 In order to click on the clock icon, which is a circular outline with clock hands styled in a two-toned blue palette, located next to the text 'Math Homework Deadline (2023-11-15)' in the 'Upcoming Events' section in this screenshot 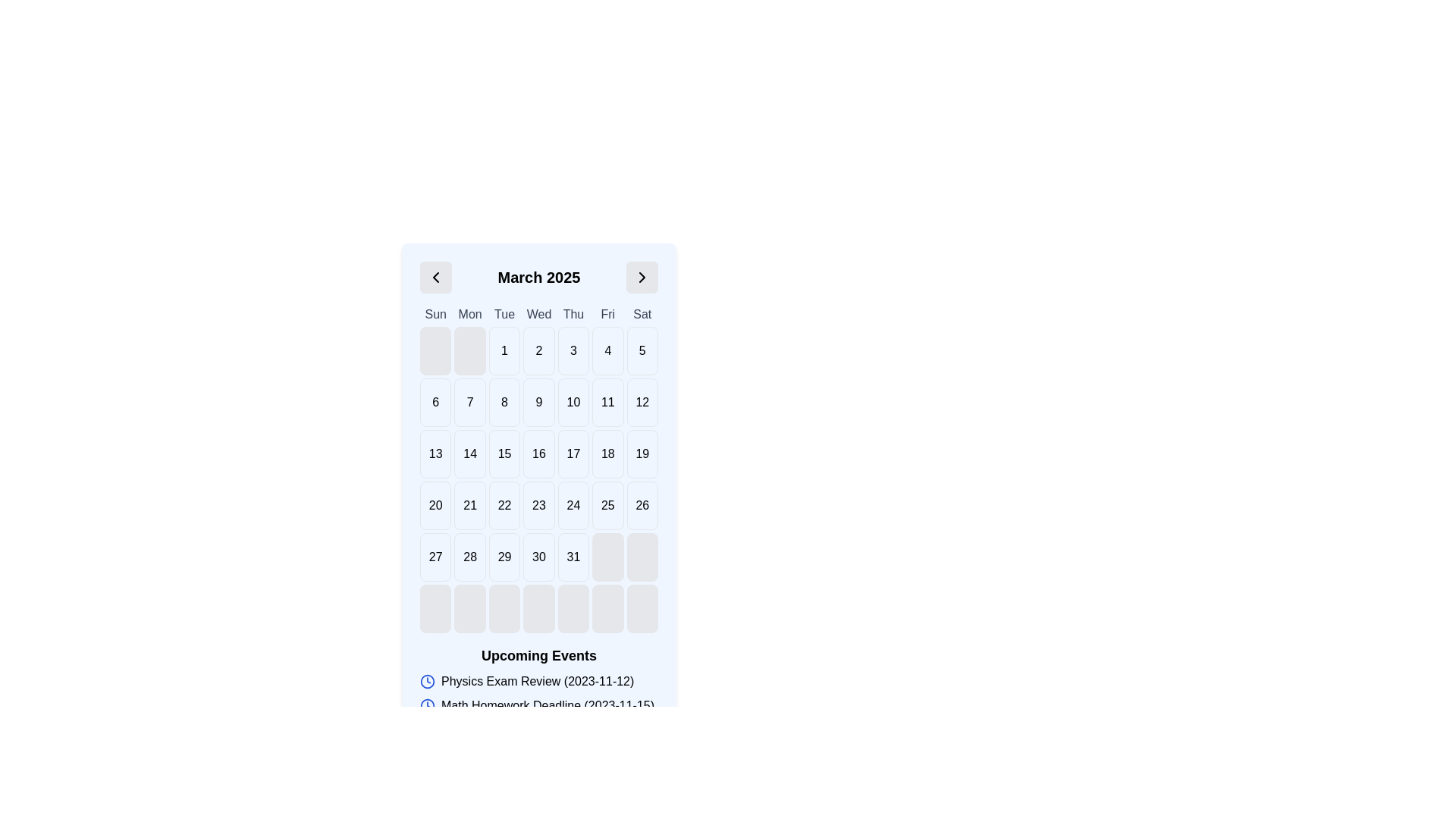, I will do `click(427, 705)`.